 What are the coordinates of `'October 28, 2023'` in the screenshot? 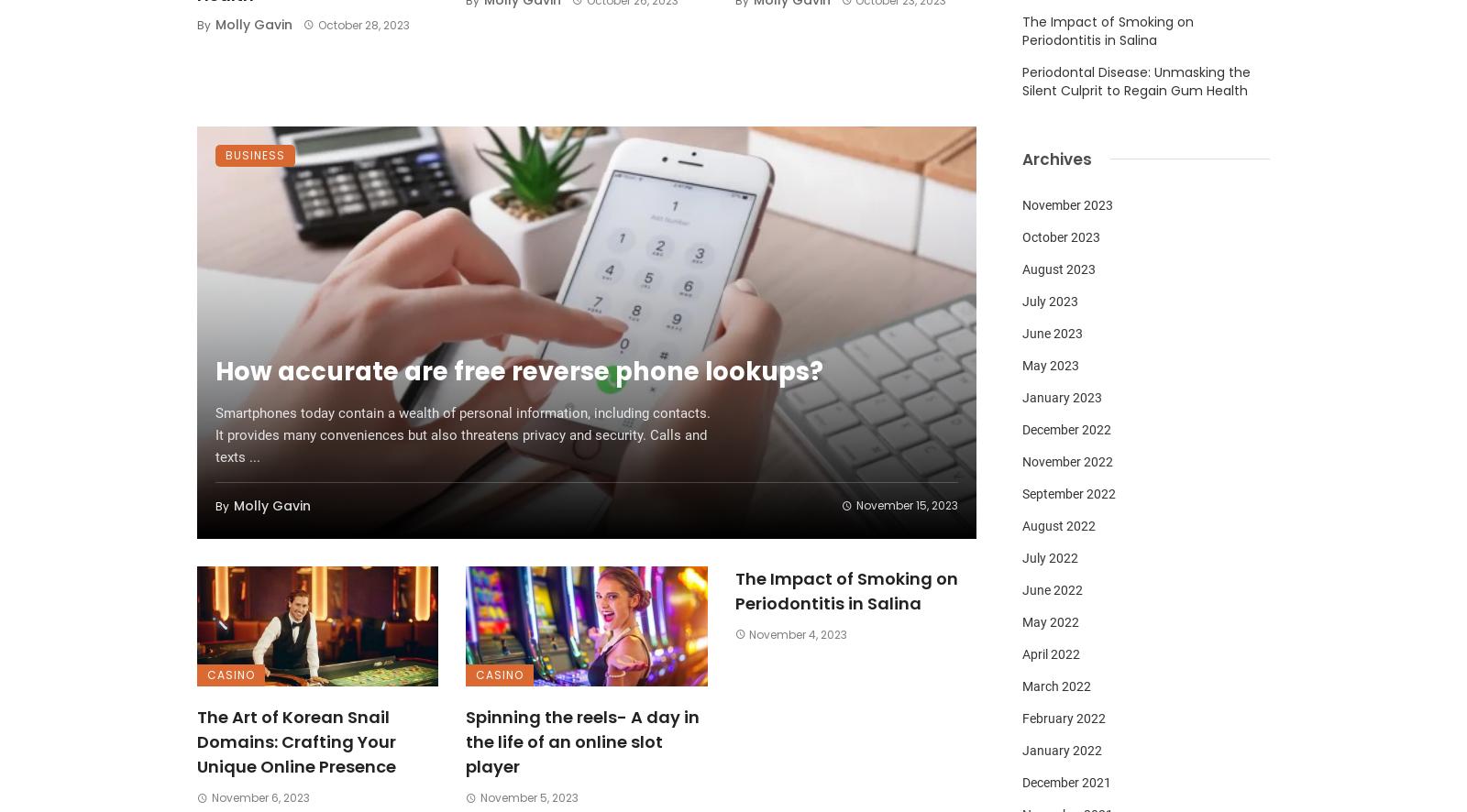 It's located at (363, 24).